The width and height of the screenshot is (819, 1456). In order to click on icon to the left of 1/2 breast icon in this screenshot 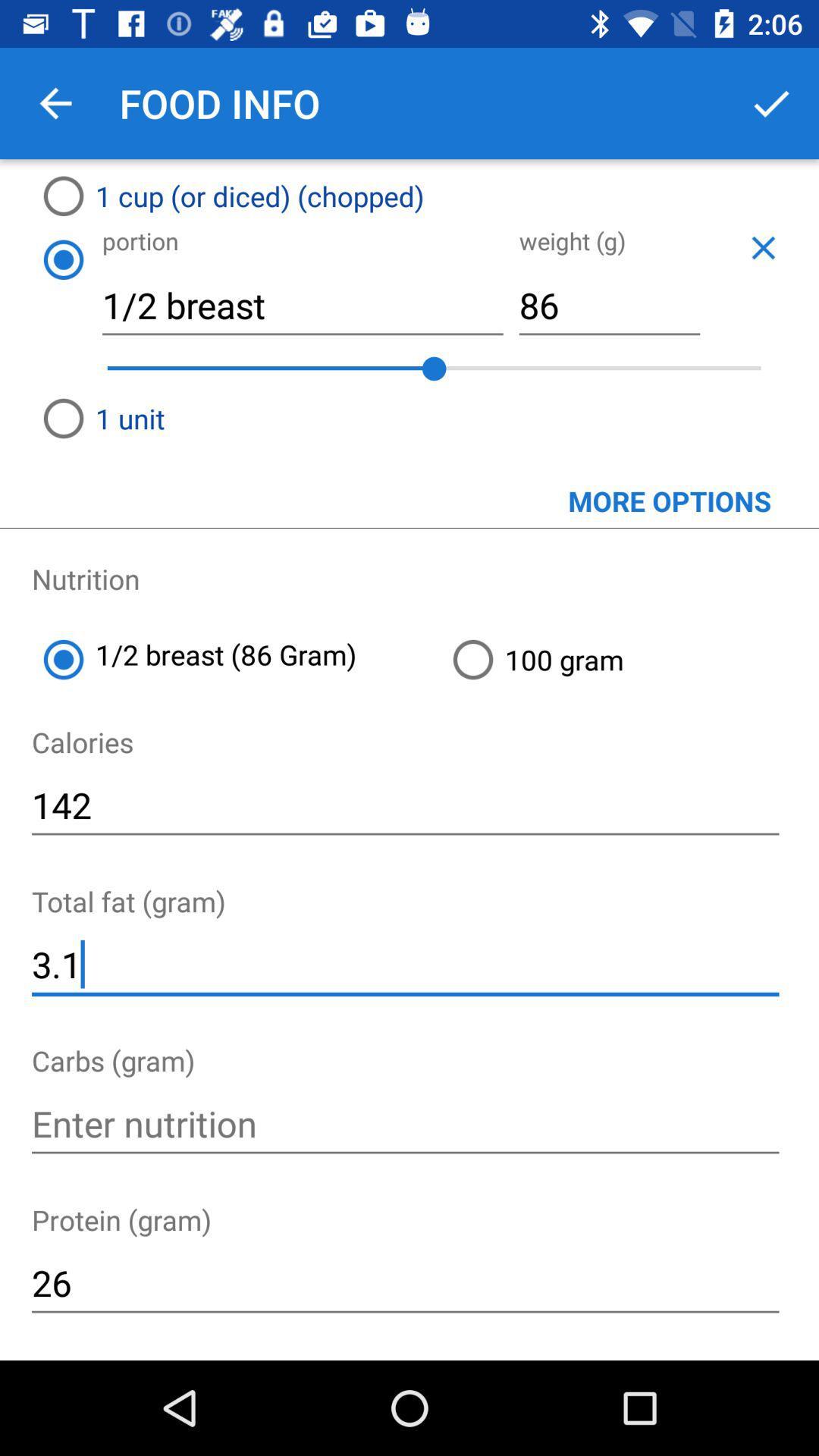, I will do `click(62, 259)`.